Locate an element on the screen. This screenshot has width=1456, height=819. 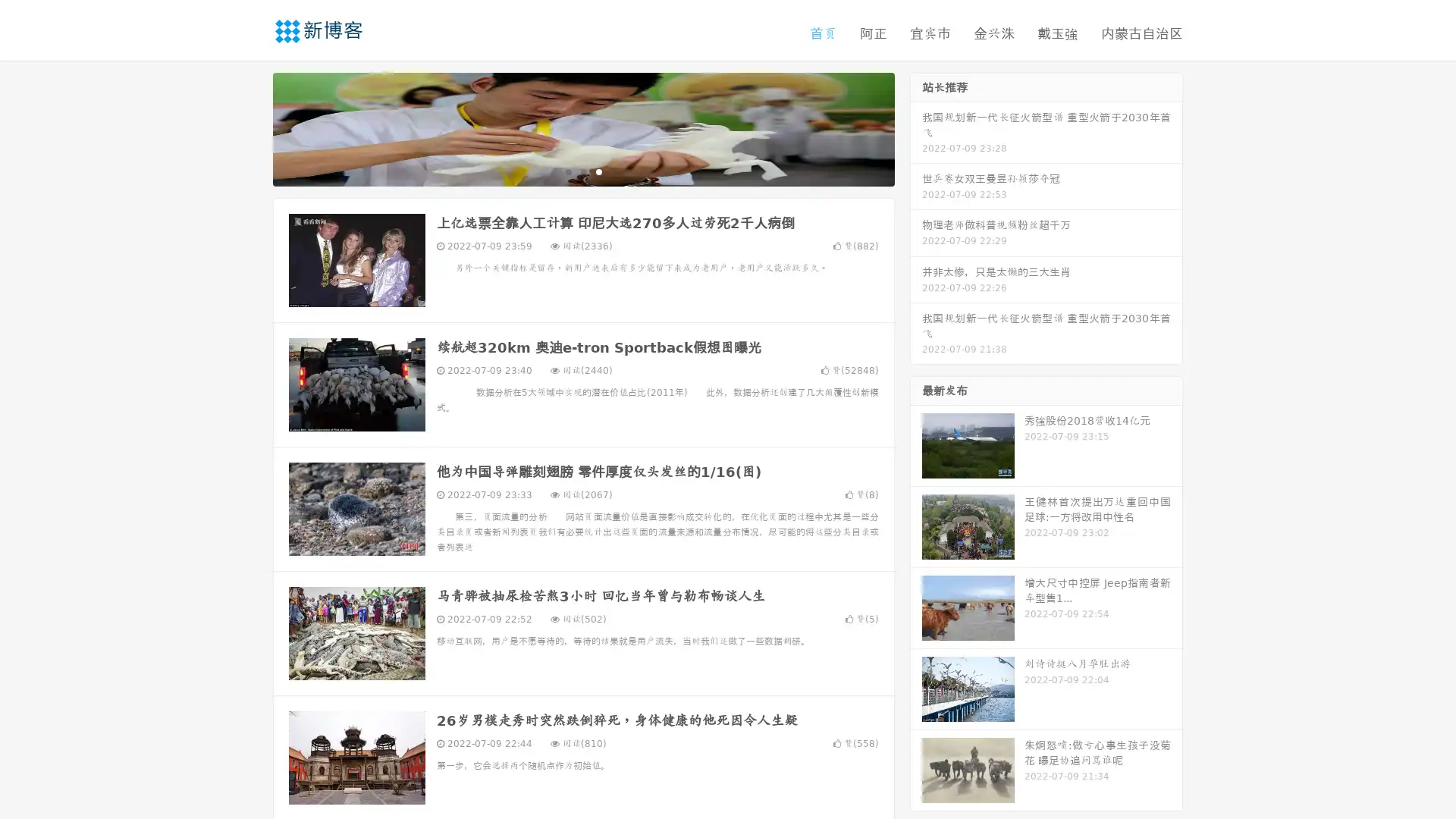
Go to slide 3 is located at coordinates (598, 171).